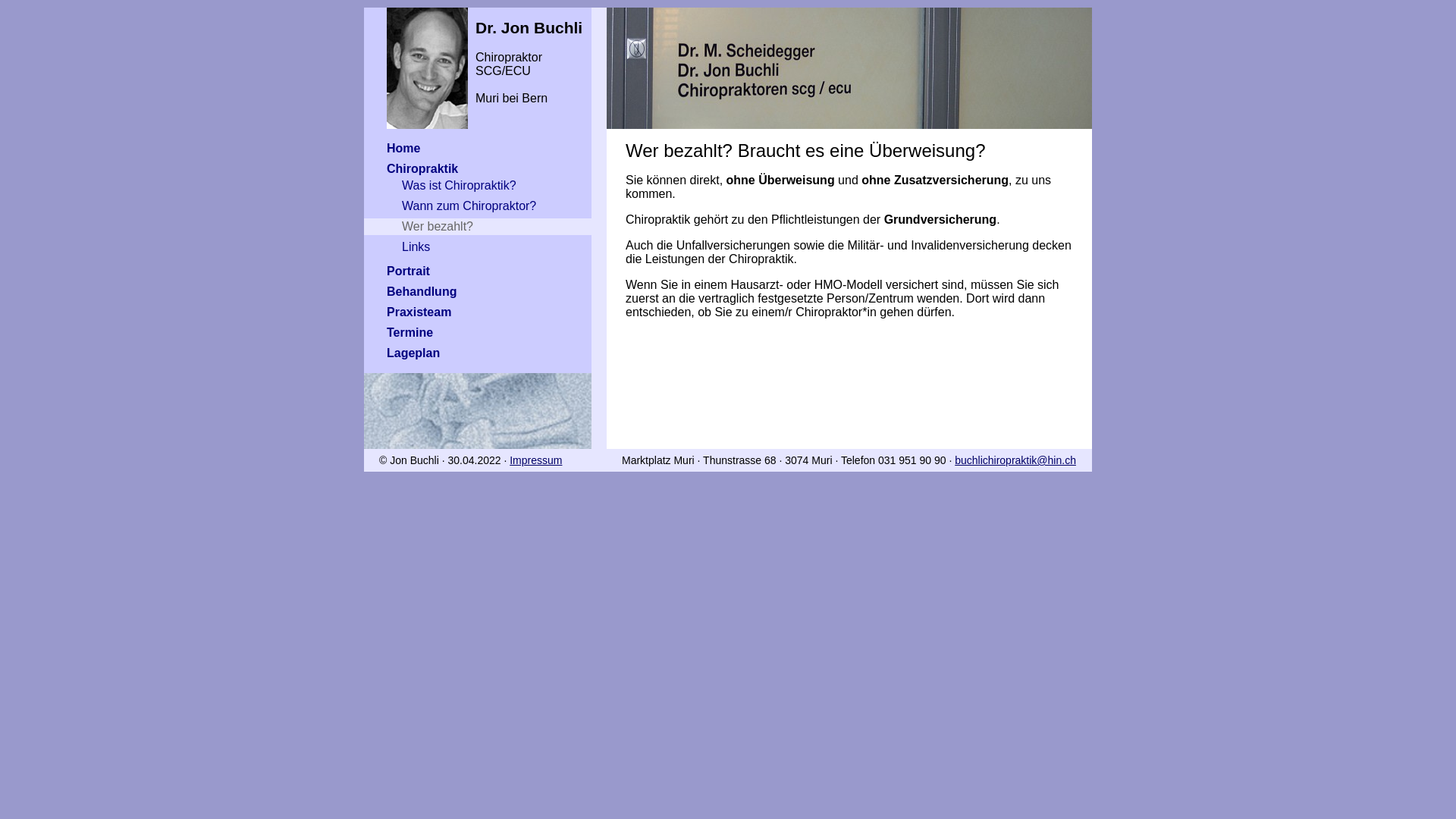 The height and width of the screenshot is (819, 1456). Describe the element at coordinates (535, 459) in the screenshot. I see `'Impressum'` at that location.